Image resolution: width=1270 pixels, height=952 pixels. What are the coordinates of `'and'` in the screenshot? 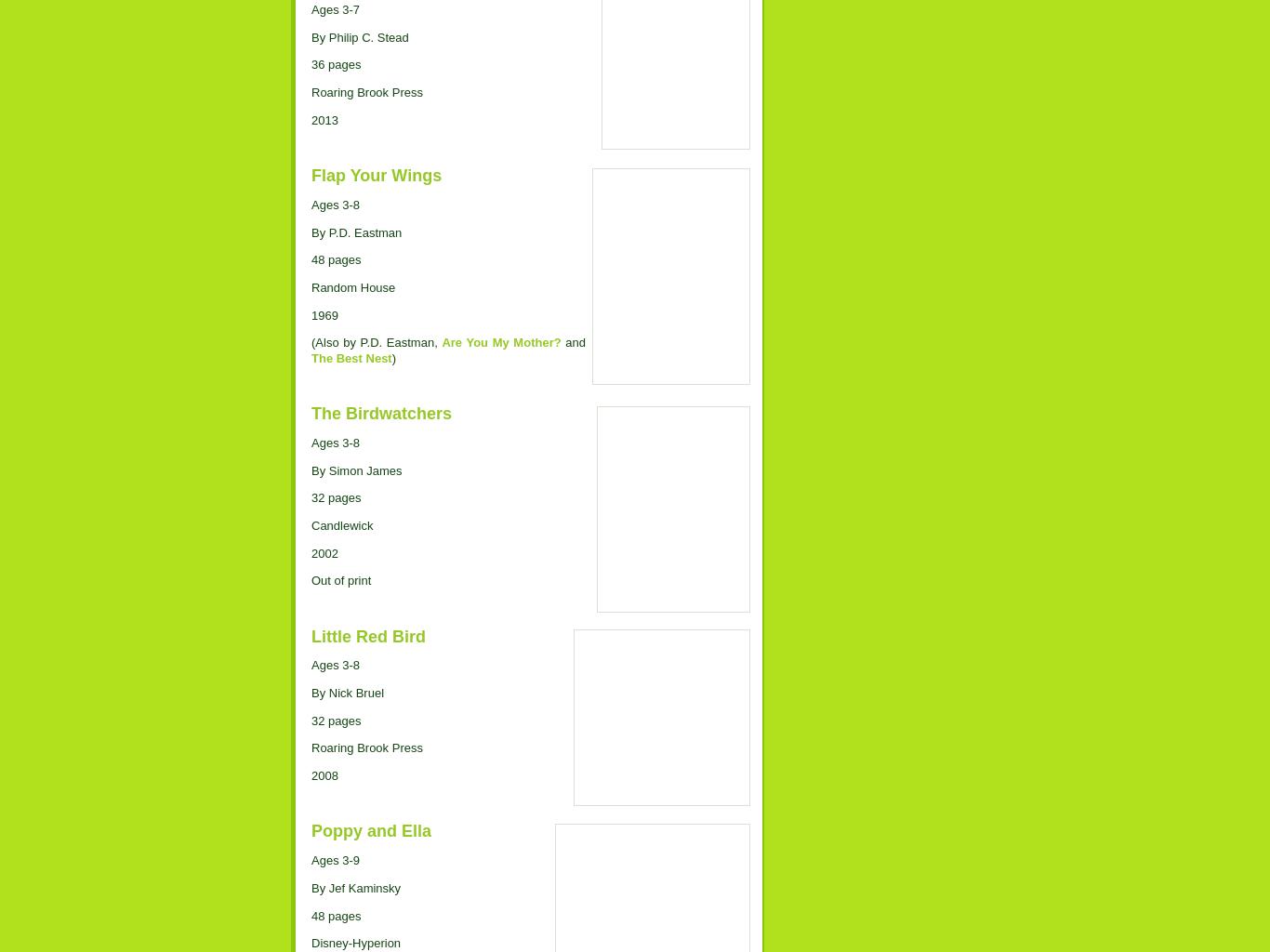 It's located at (574, 342).